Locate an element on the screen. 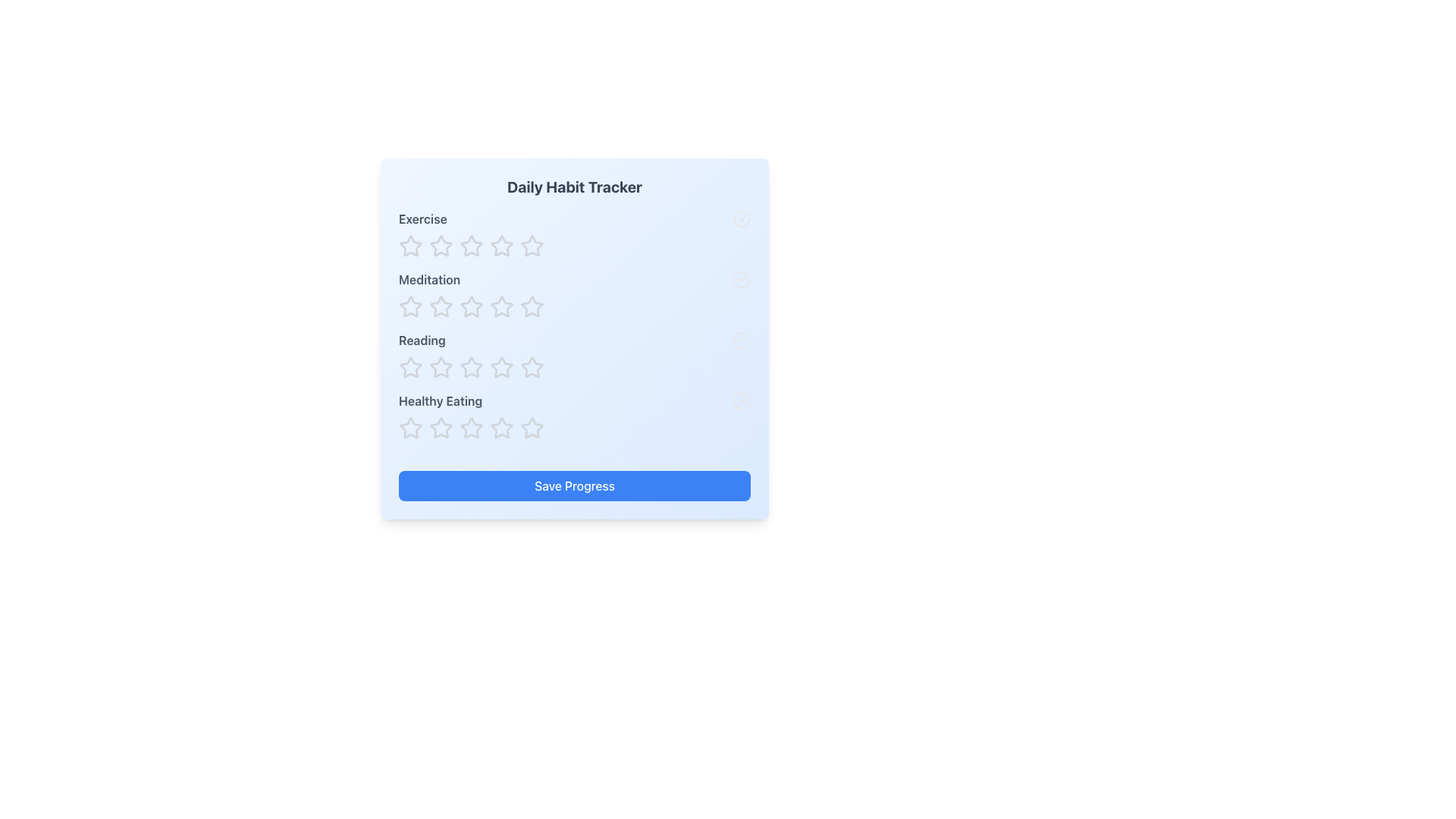 The width and height of the screenshot is (1456, 819). the fourth star icon in the rating component for the 'Reading' category to receive possible feedback is located at coordinates (532, 367).